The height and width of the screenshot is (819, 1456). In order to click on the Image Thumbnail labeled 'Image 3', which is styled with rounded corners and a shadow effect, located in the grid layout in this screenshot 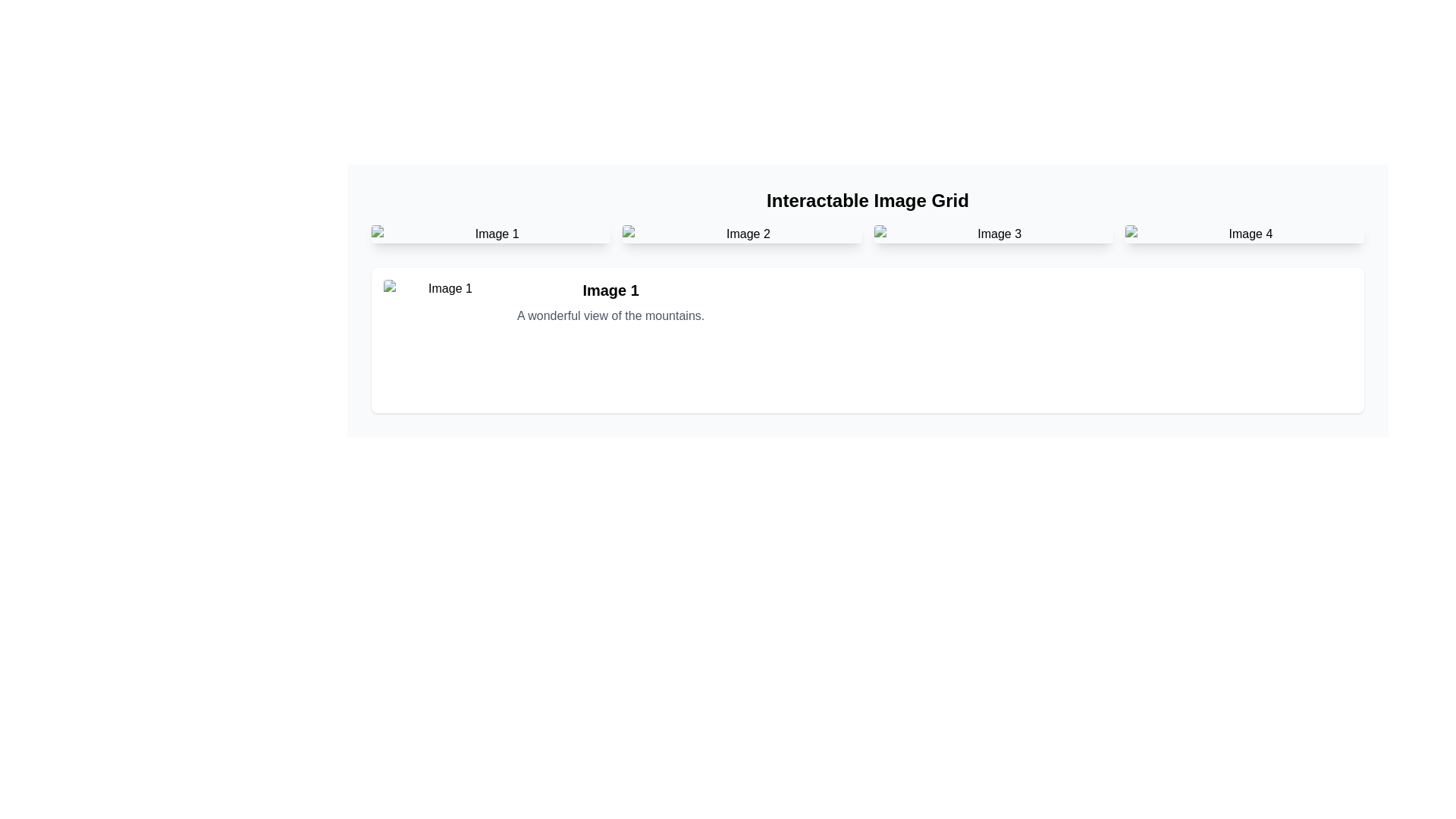, I will do `click(993, 234)`.